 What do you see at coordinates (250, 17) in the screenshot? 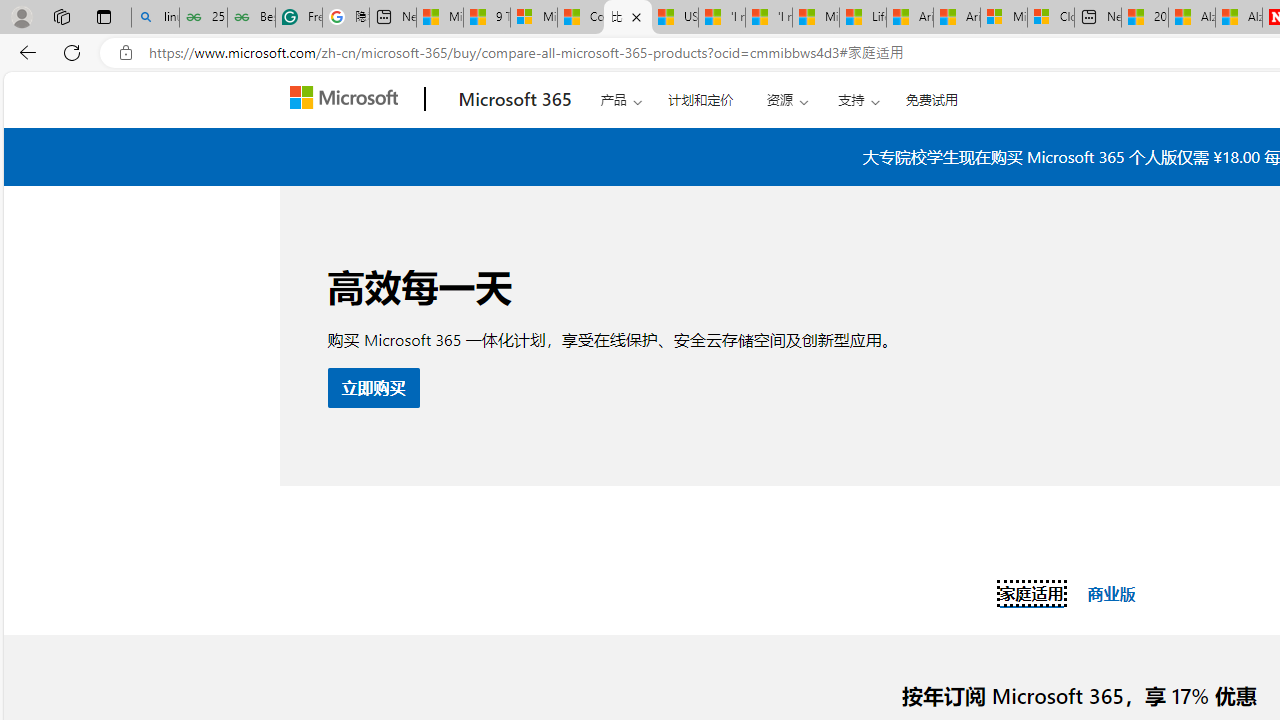
I see `'Best SSL Certificates Provider in India - GeeksforGeeks'` at bounding box center [250, 17].